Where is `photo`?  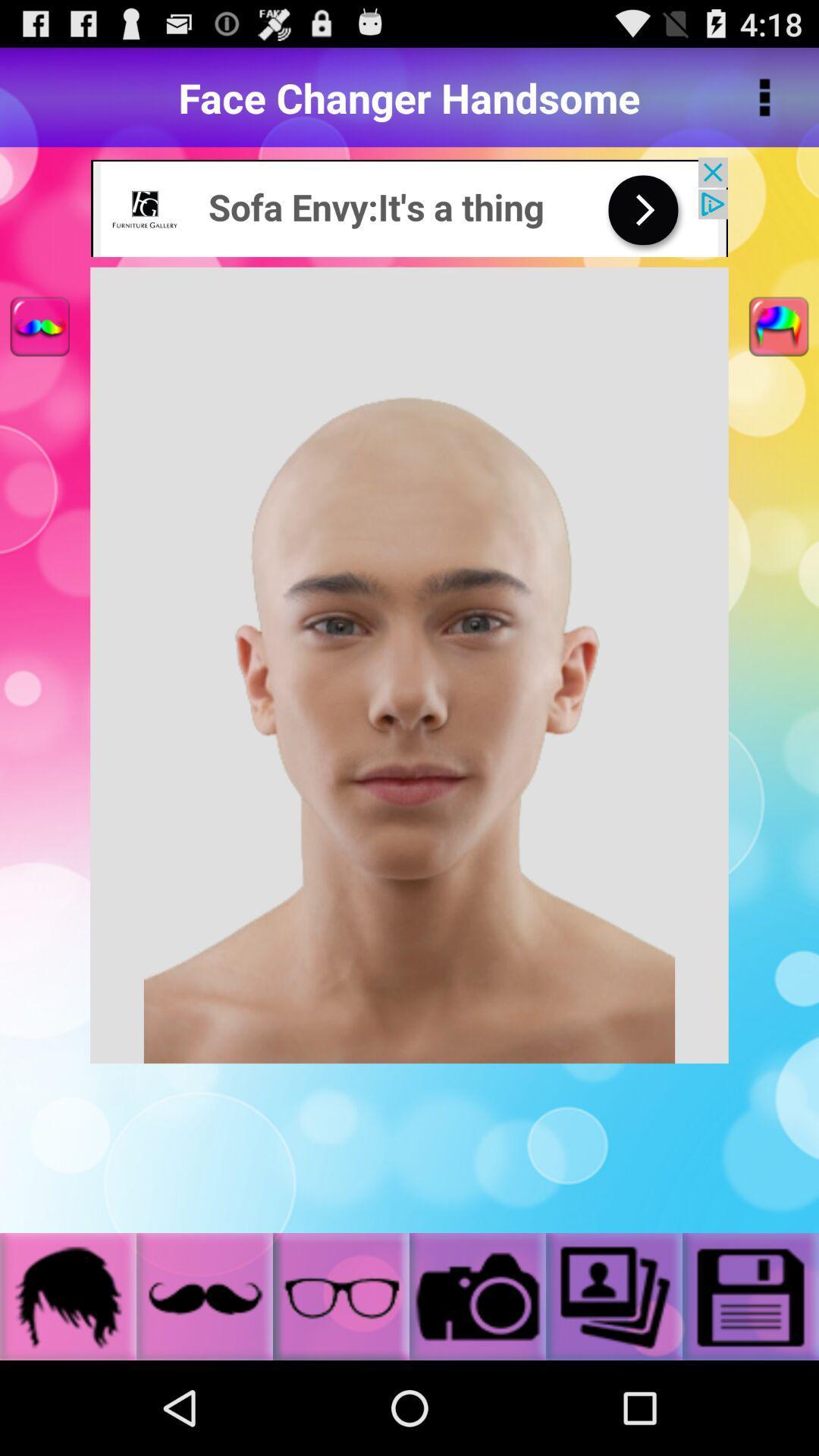 photo is located at coordinates (751, 1295).